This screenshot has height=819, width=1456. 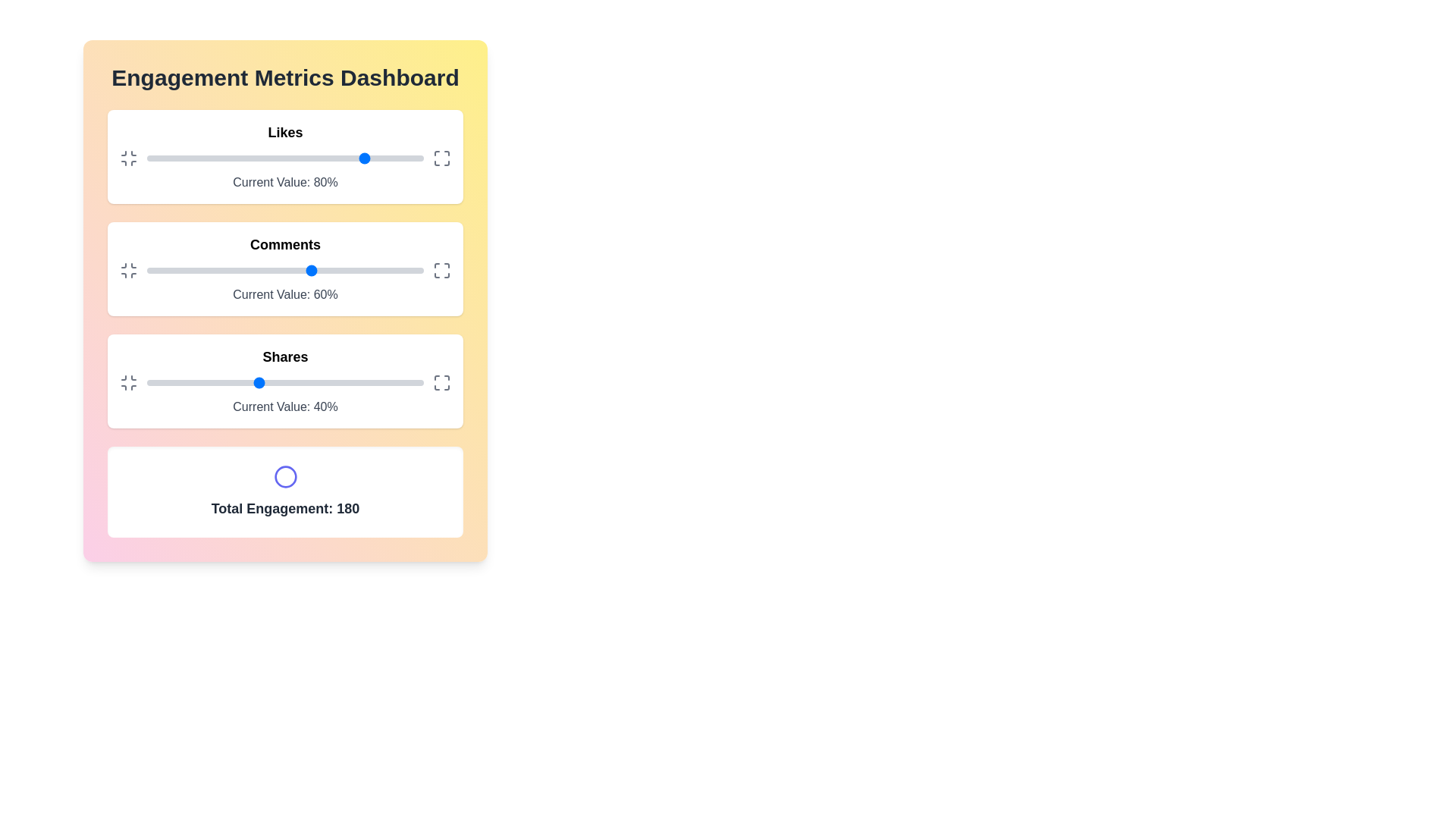 I want to click on the Decorative Circular Icon that is centrally located above the 'Total Engagement: 180' text in the dashboard panel, so click(x=285, y=475).